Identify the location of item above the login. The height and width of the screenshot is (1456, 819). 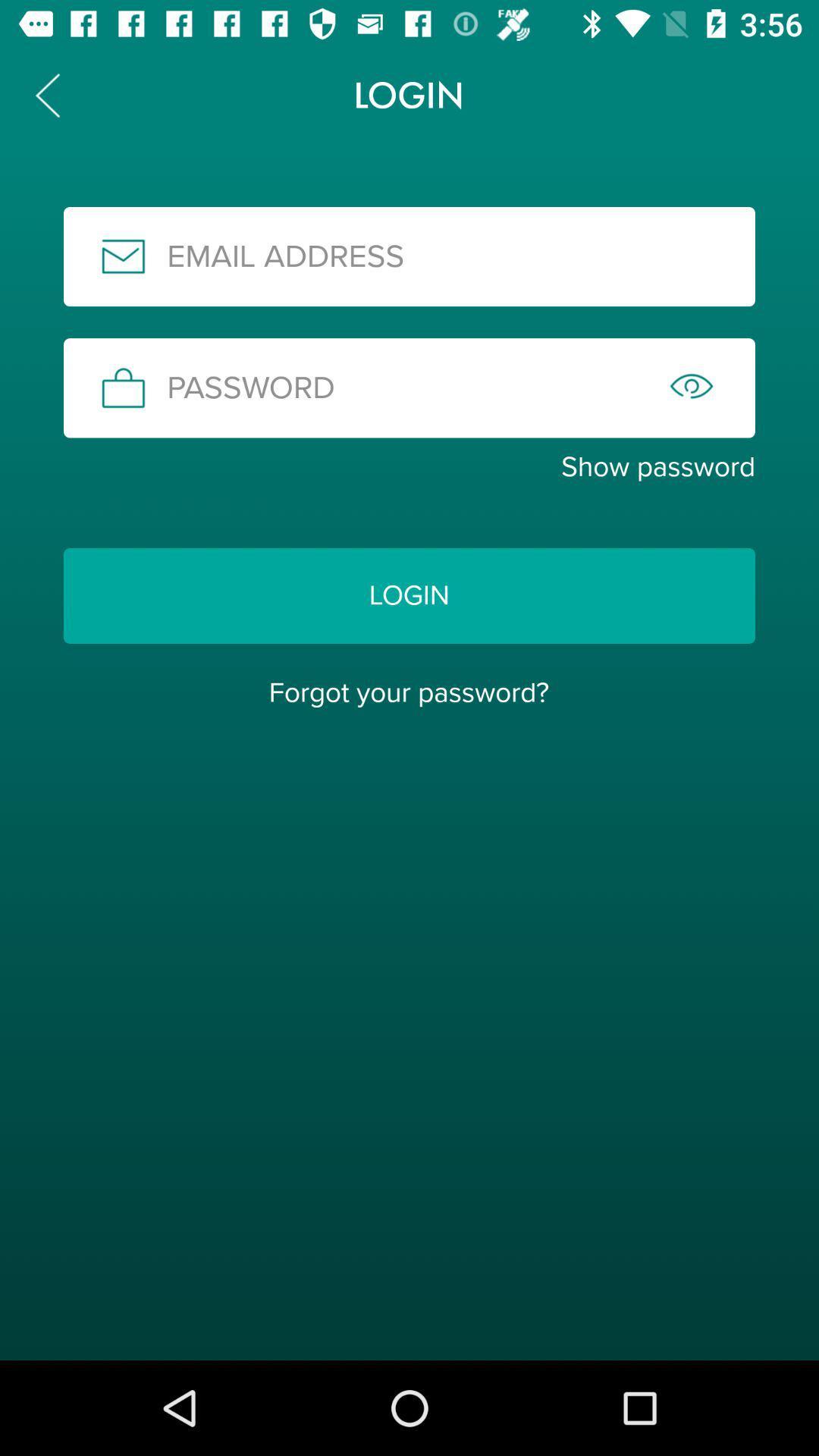
(409, 466).